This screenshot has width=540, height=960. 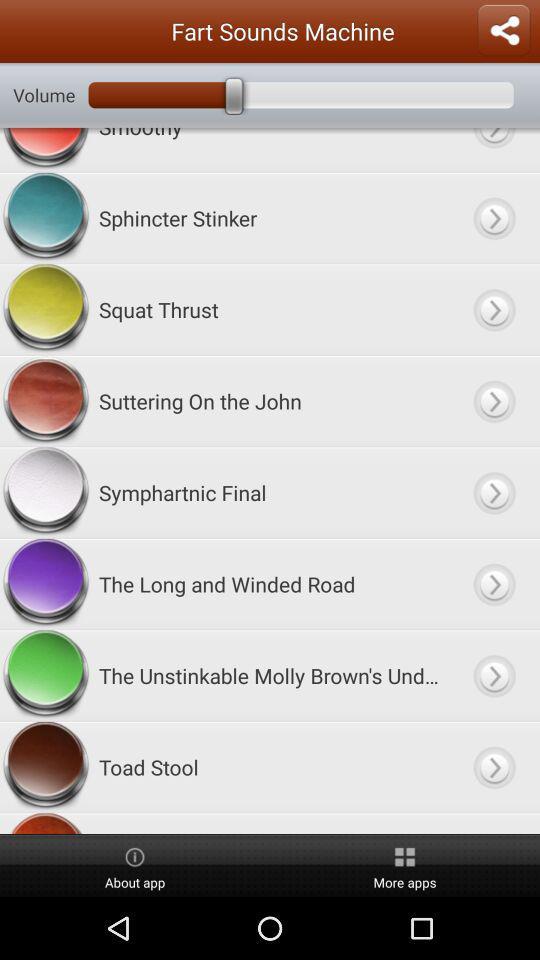 I want to click on the button next to more apps button, so click(x=135, y=865).